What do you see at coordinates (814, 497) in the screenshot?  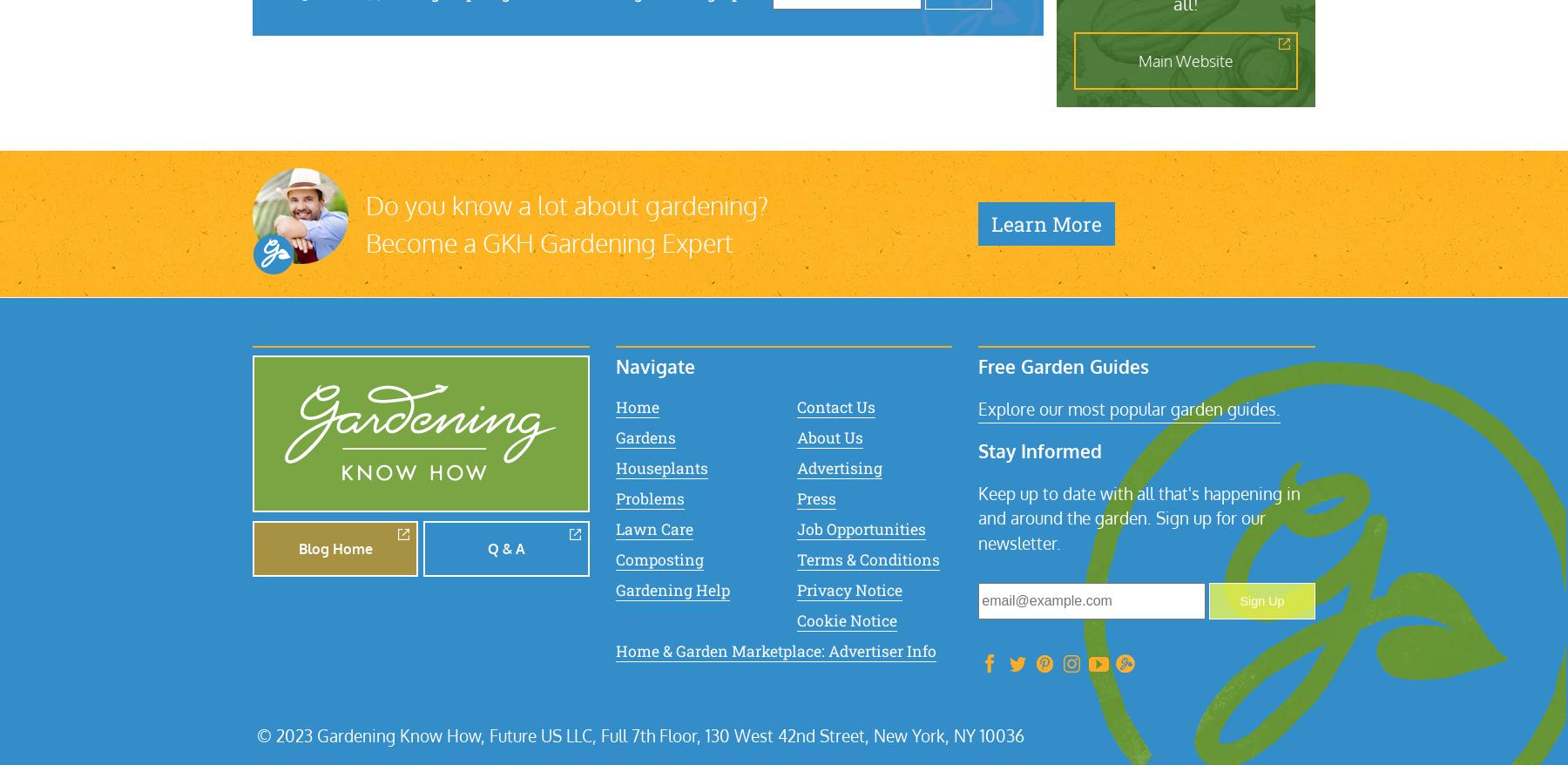 I see `'Press'` at bounding box center [814, 497].